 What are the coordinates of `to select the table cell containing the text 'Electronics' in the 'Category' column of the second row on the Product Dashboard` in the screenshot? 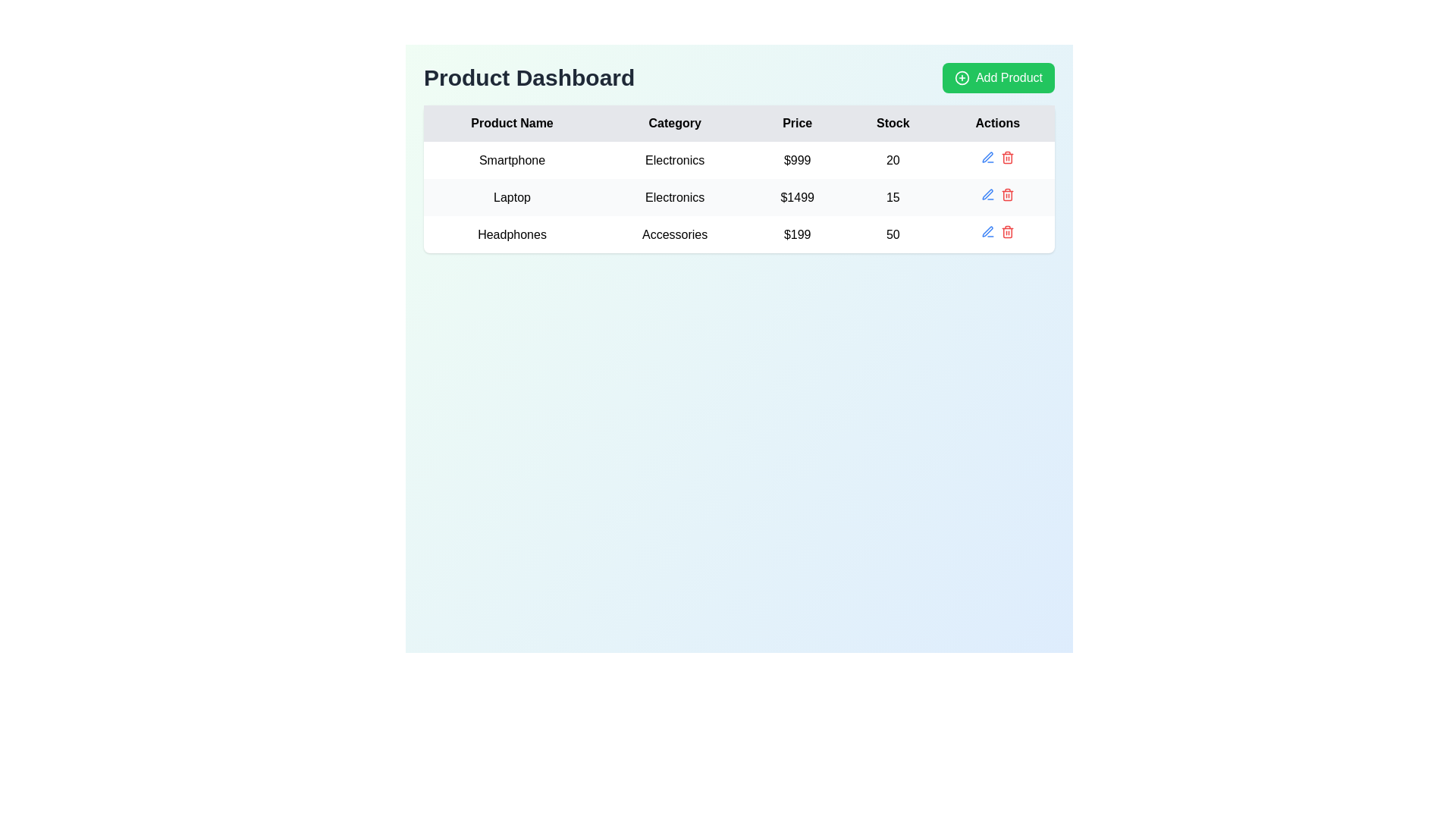 It's located at (673, 196).